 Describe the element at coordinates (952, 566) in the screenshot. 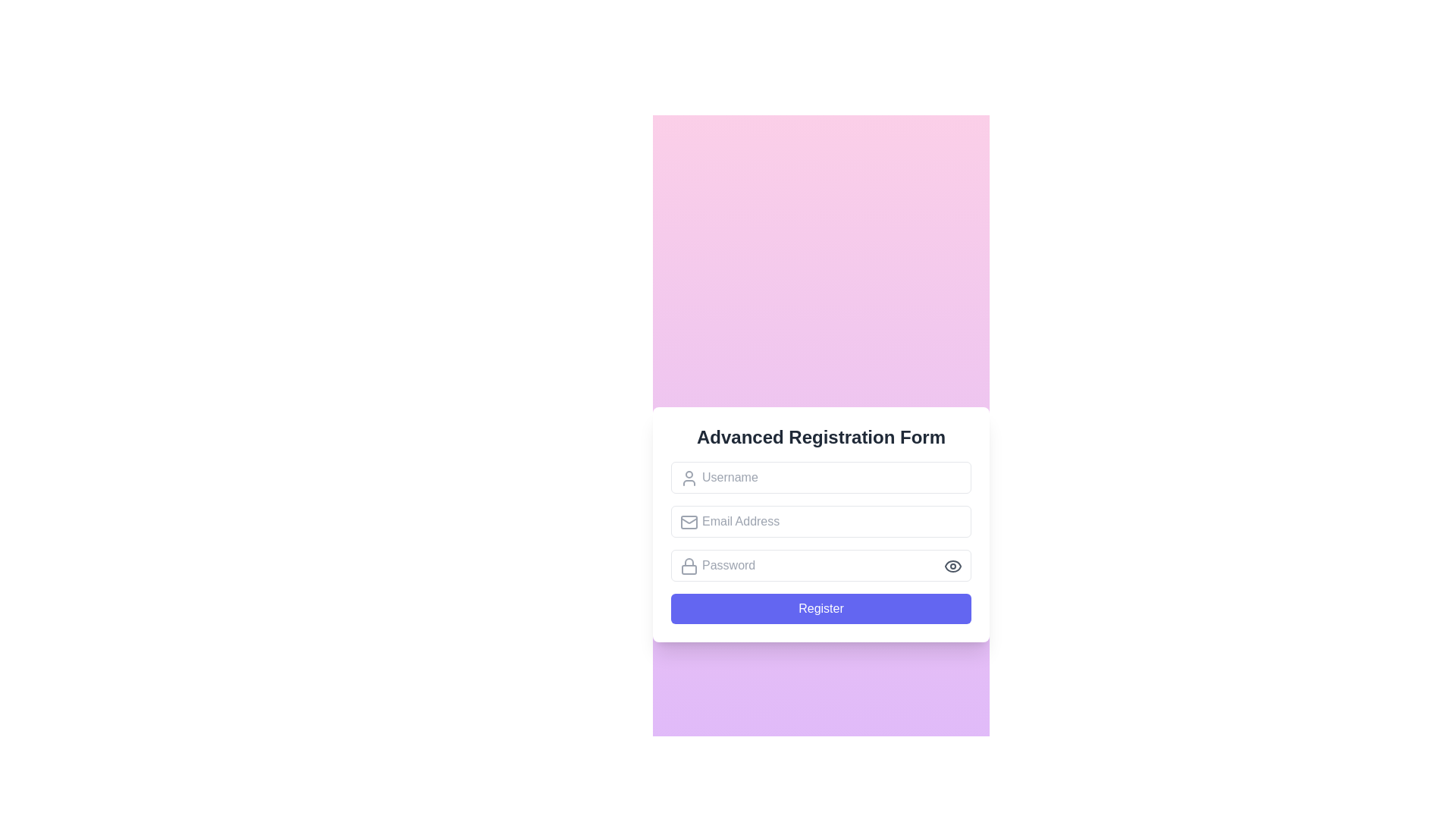

I see `the eye-shaped visibility control button, which is grey in color and located to the right of the password input field` at that location.